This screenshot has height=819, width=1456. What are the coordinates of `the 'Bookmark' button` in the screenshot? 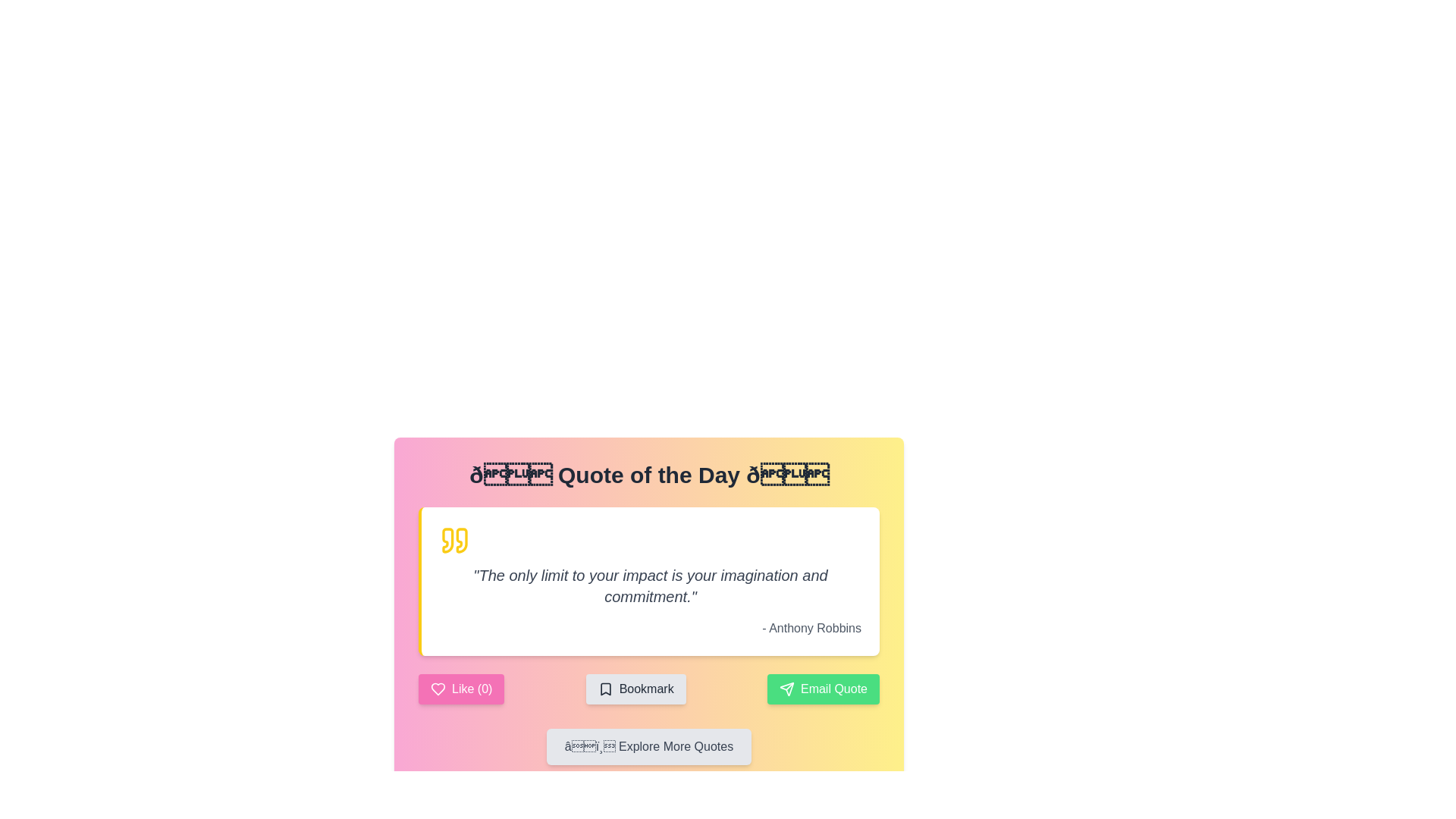 It's located at (635, 689).